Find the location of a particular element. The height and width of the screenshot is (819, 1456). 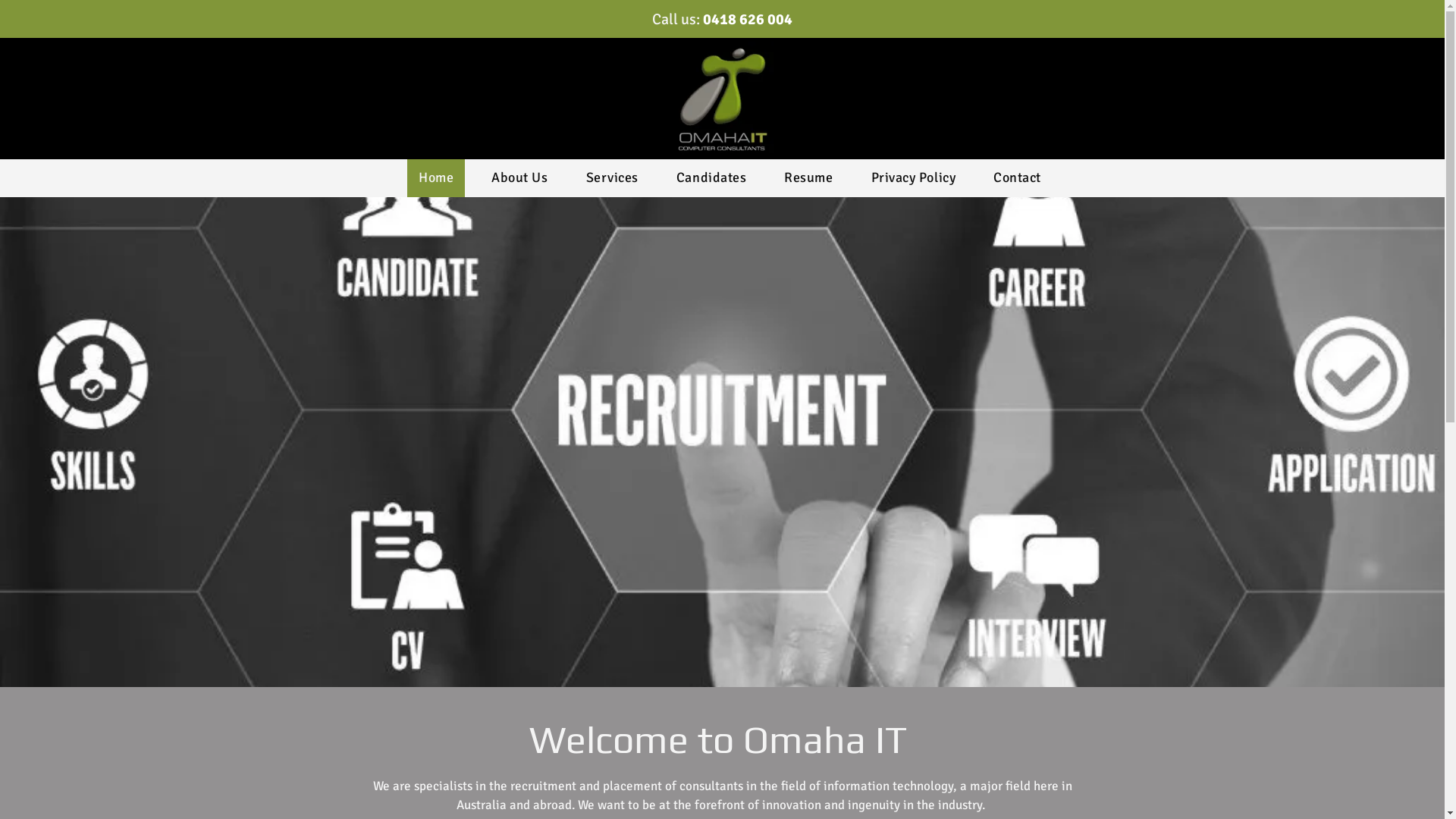

'Contact' is located at coordinates (1017, 177).